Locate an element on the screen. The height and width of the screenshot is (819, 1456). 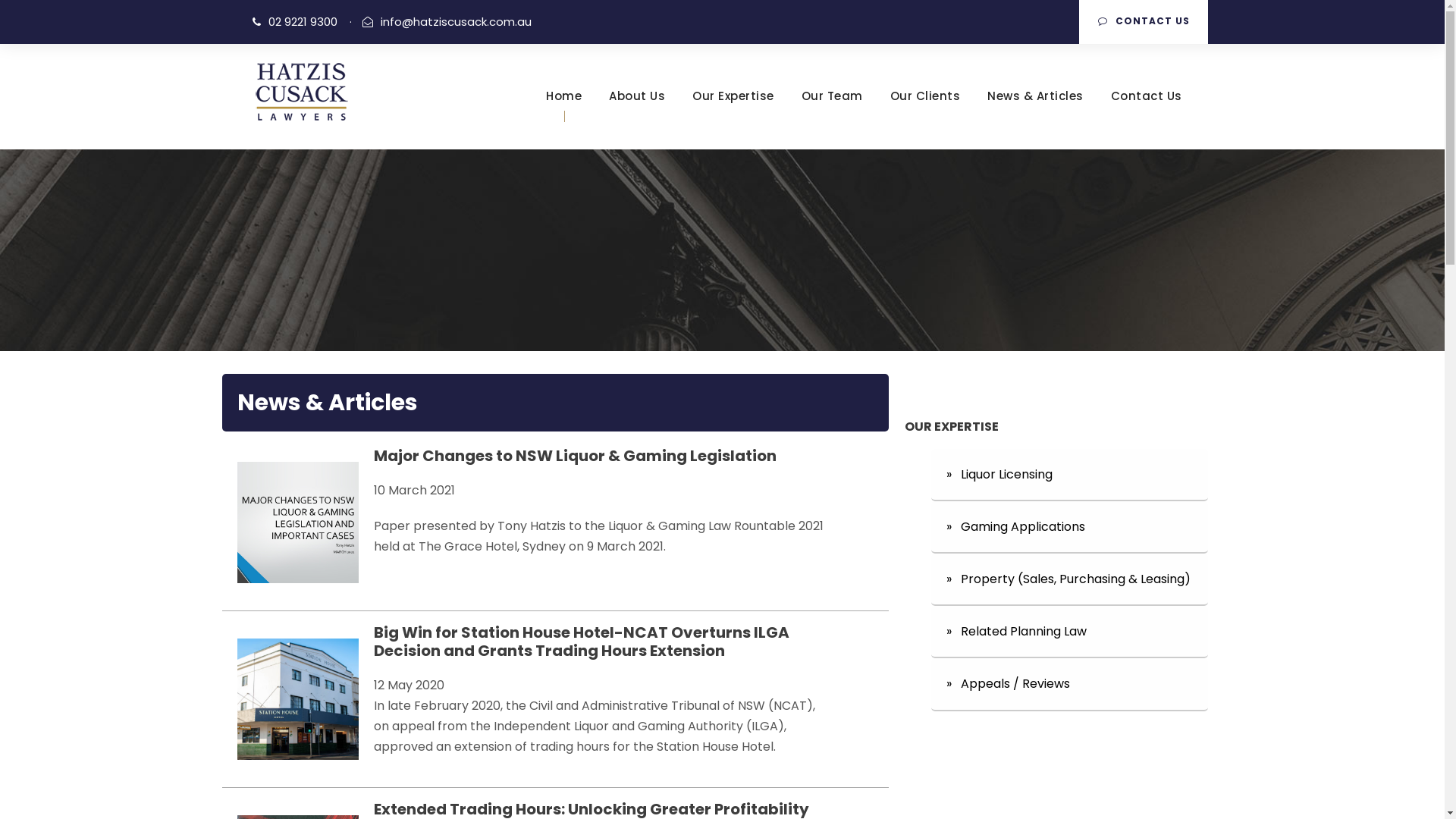
'News & Articles' is located at coordinates (1034, 117).